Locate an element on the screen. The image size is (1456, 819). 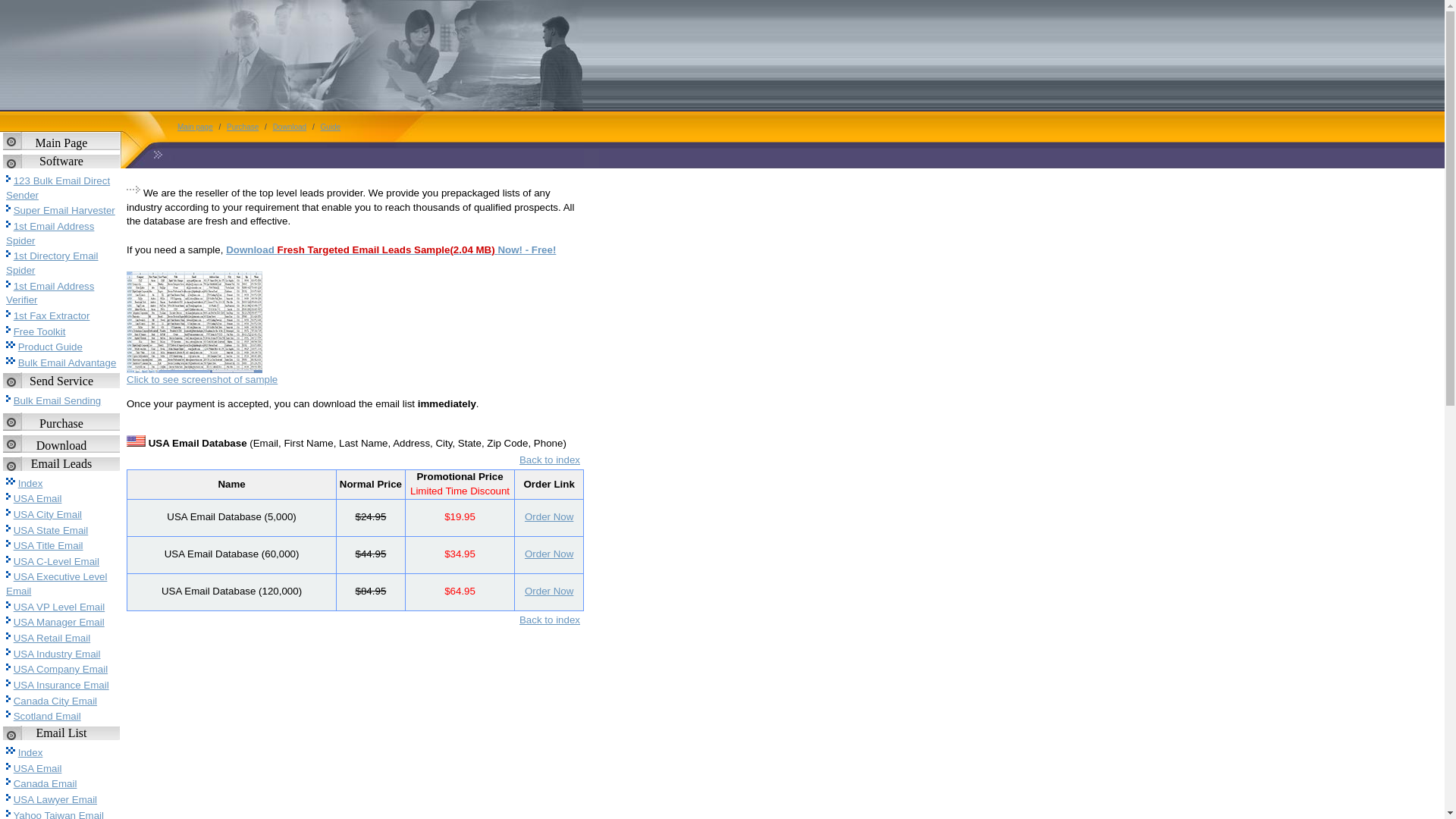
'USA VP Level Email' is located at coordinates (59, 606).